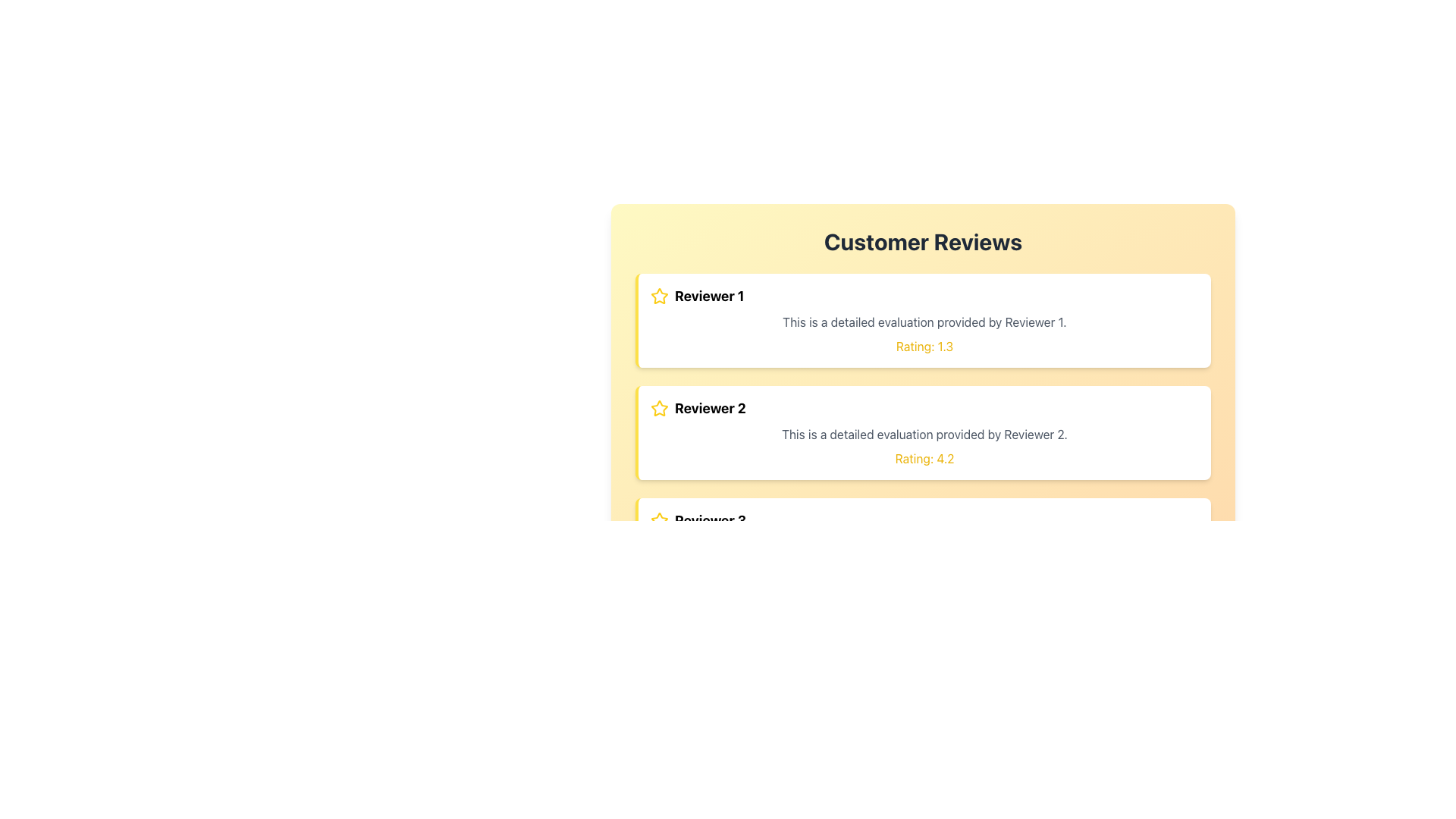 This screenshot has height=819, width=1456. What do you see at coordinates (659, 296) in the screenshot?
I see `the yellow outlined star graphical icon located to the left of the 'Reviewer 2' text in the review interface` at bounding box center [659, 296].